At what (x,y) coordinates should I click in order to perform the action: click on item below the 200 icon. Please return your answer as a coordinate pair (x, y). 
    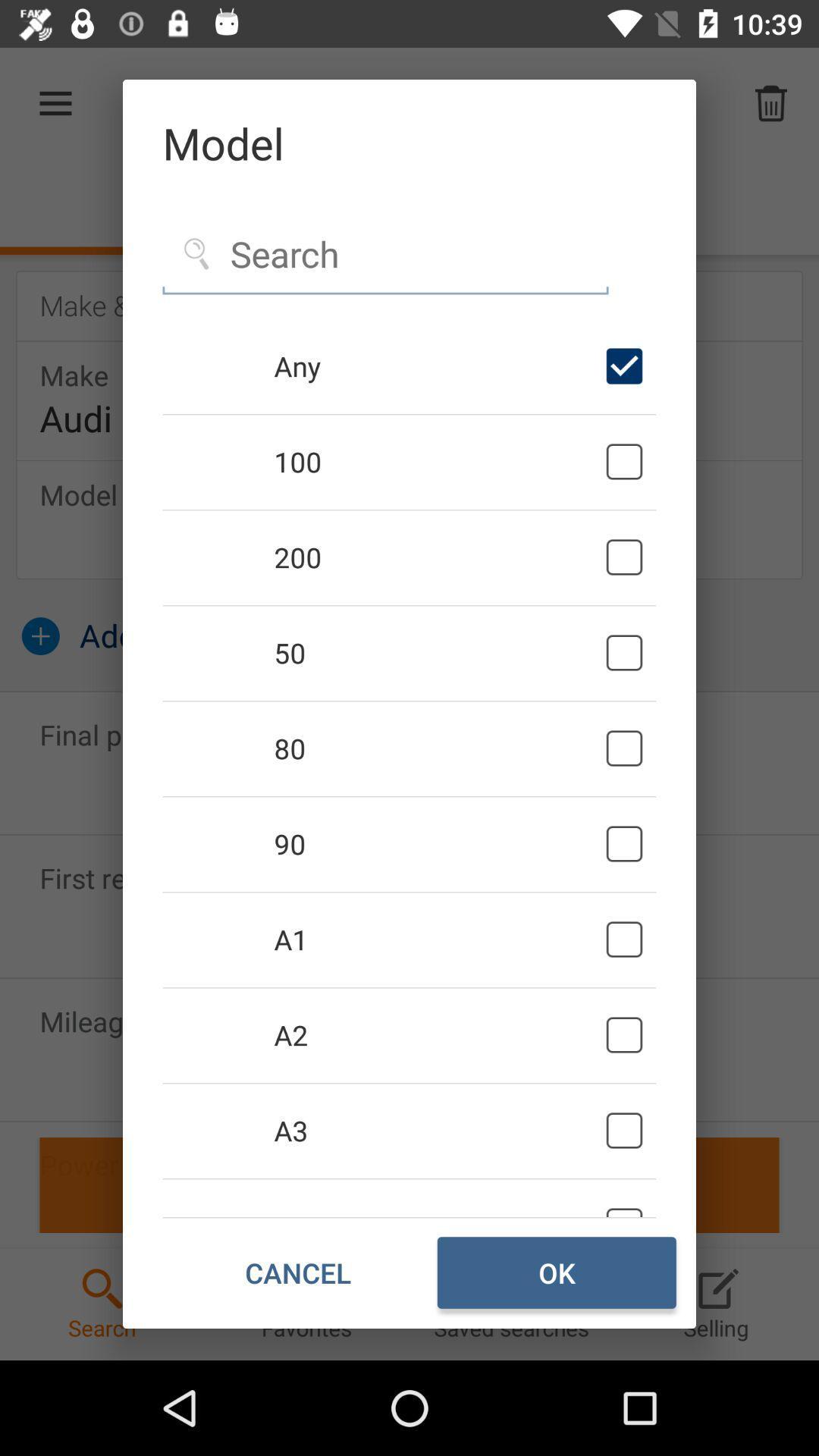
    Looking at the image, I should click on (437, 652).